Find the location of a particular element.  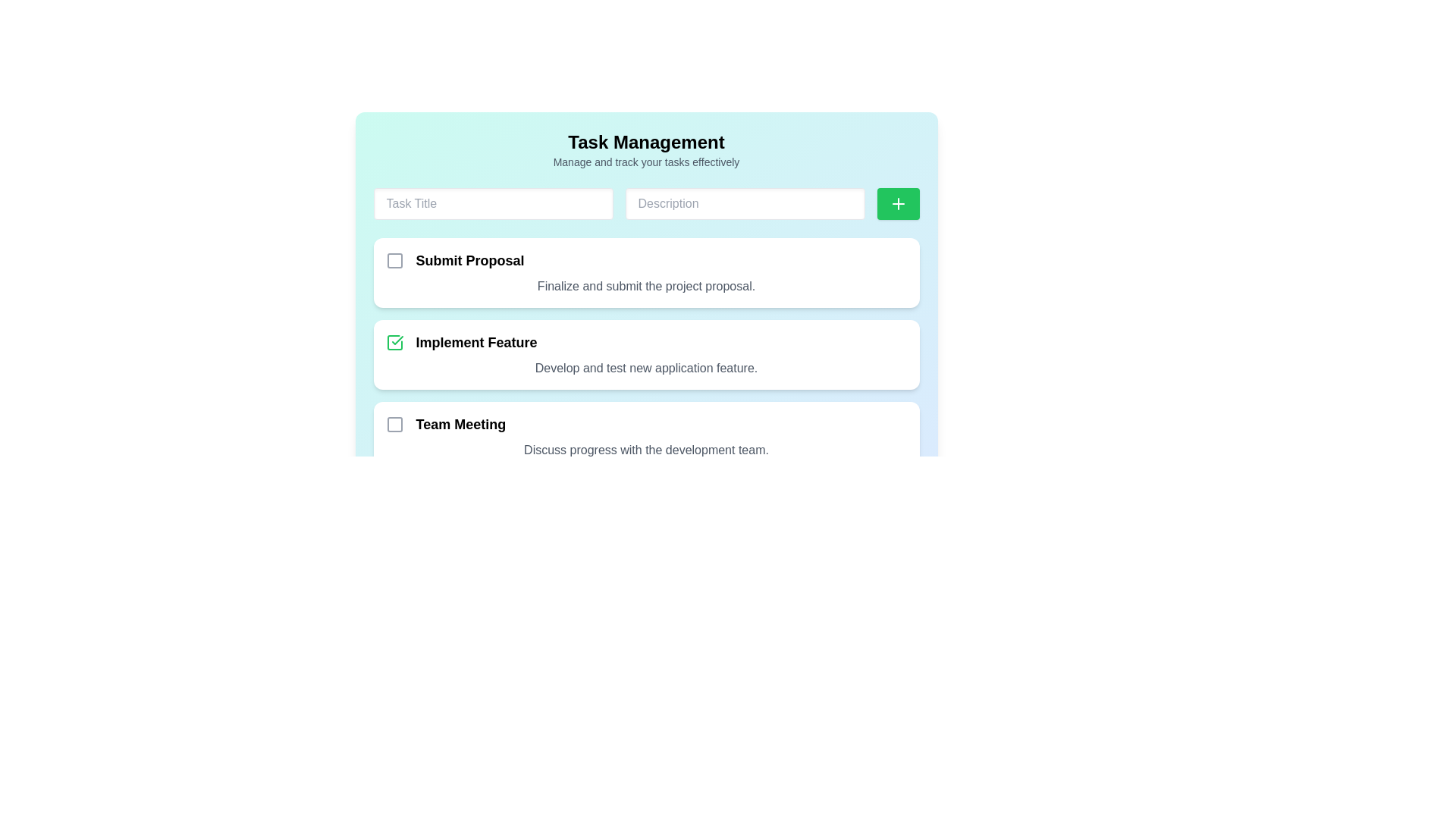

the 'create' or 'add' icon button located at the top-right corner of the interface is located at coordinates (898, 203).